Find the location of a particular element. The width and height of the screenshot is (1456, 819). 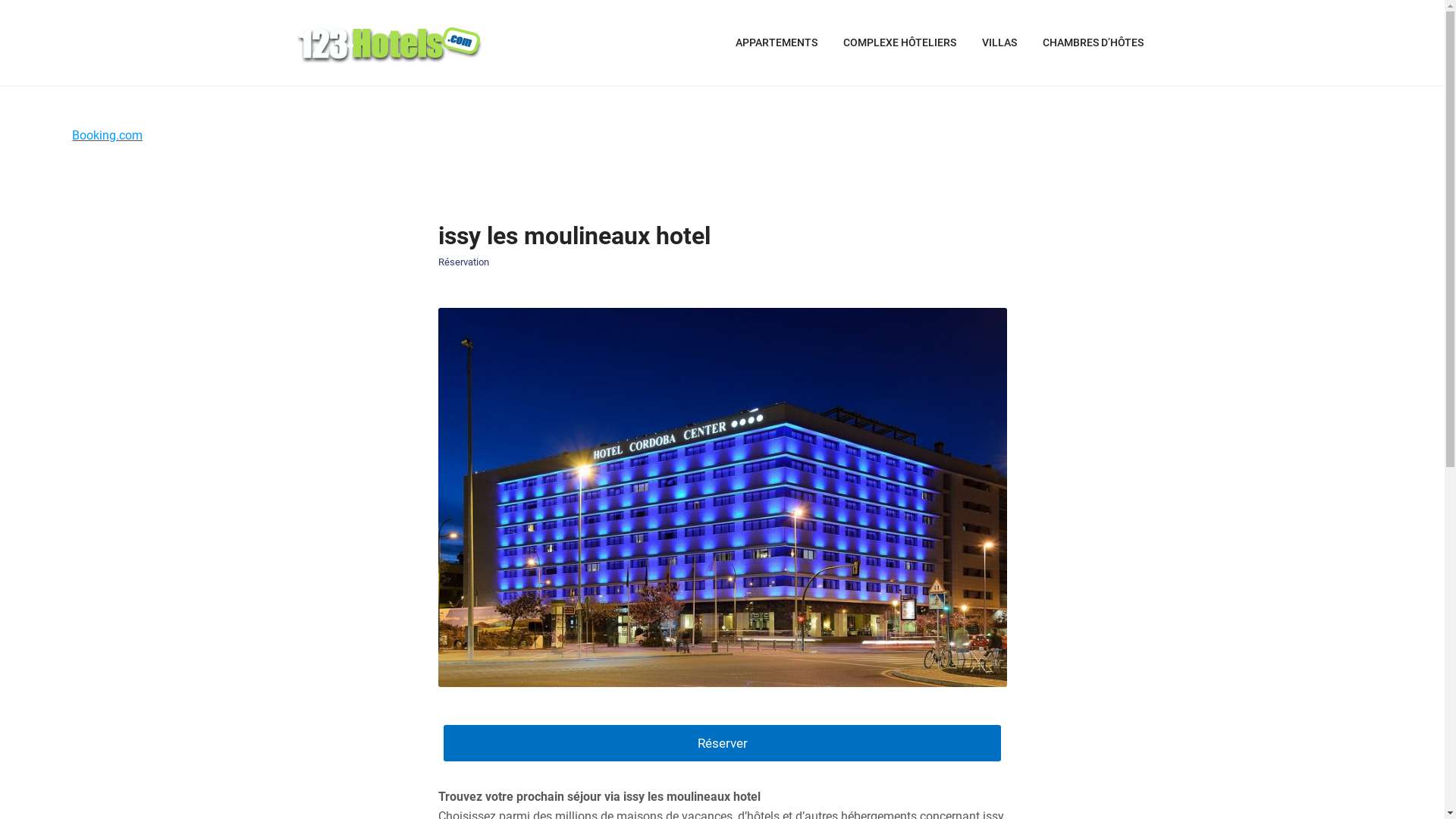

'Booking.com' is located at coordinates (71, 134).